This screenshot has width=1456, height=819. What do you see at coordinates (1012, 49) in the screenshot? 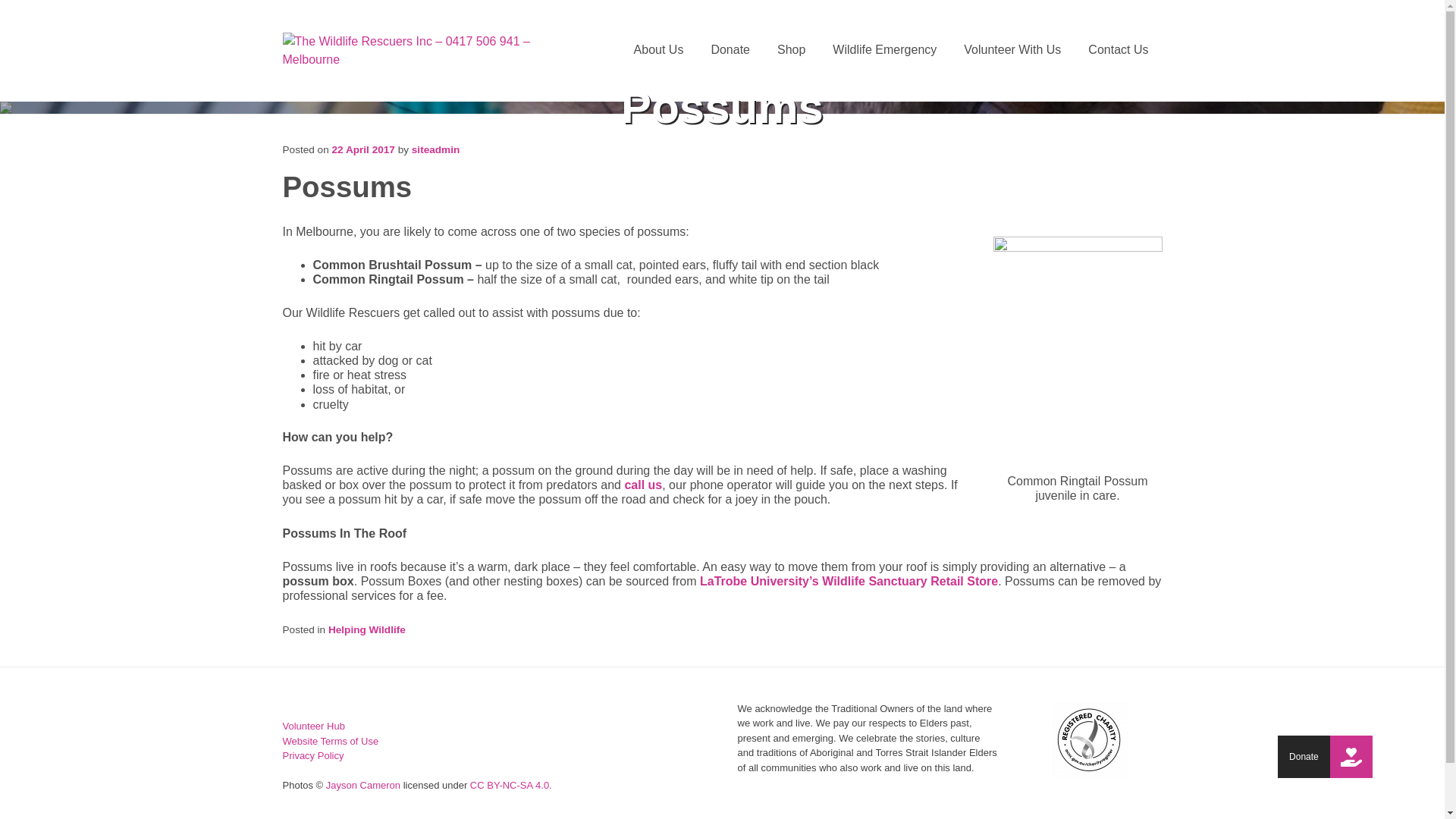
I see `'Volunteer With Us'` at bounding box center [1012, 49].